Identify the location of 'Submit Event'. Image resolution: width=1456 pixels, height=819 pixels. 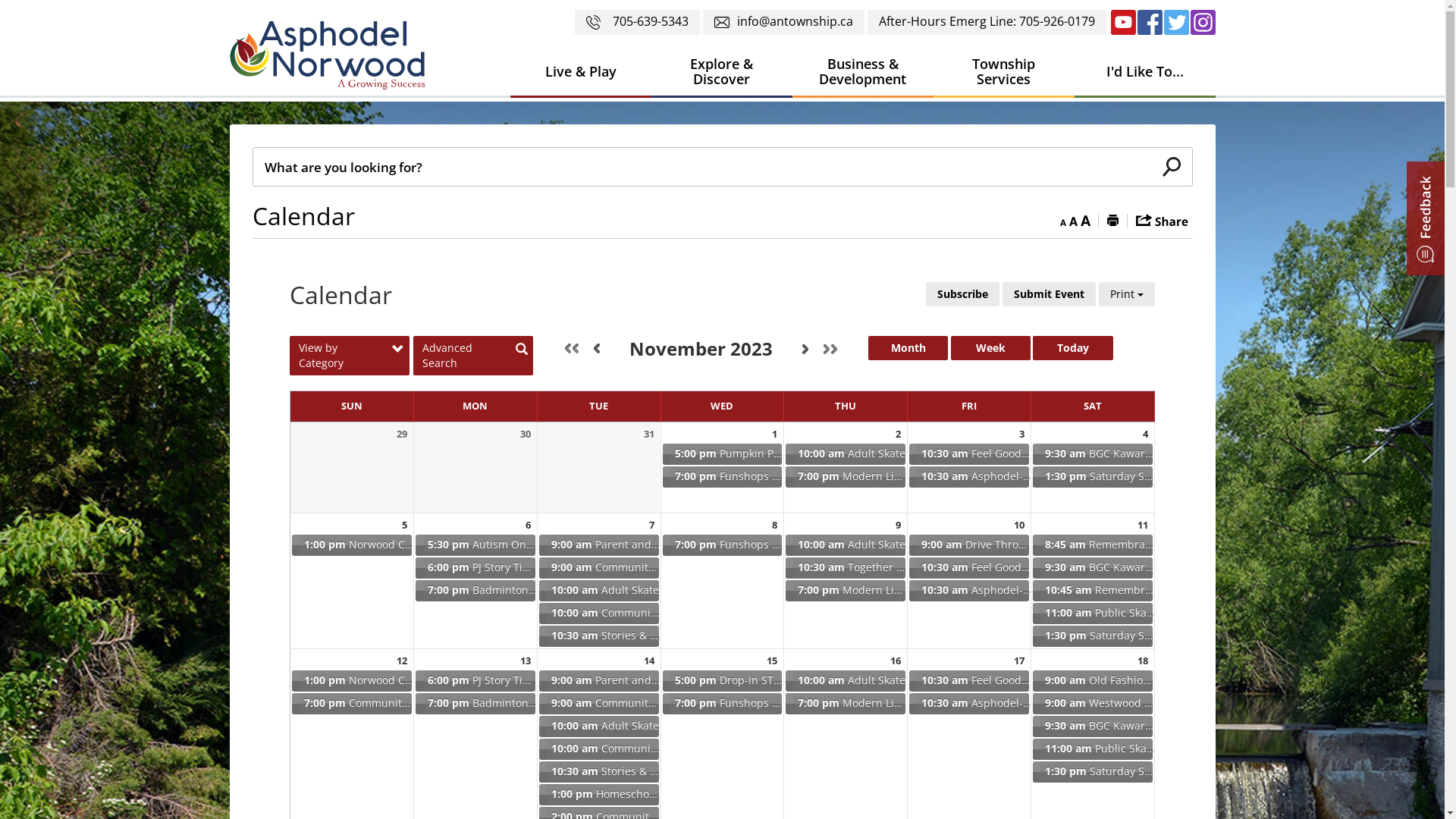
(1048, 294).